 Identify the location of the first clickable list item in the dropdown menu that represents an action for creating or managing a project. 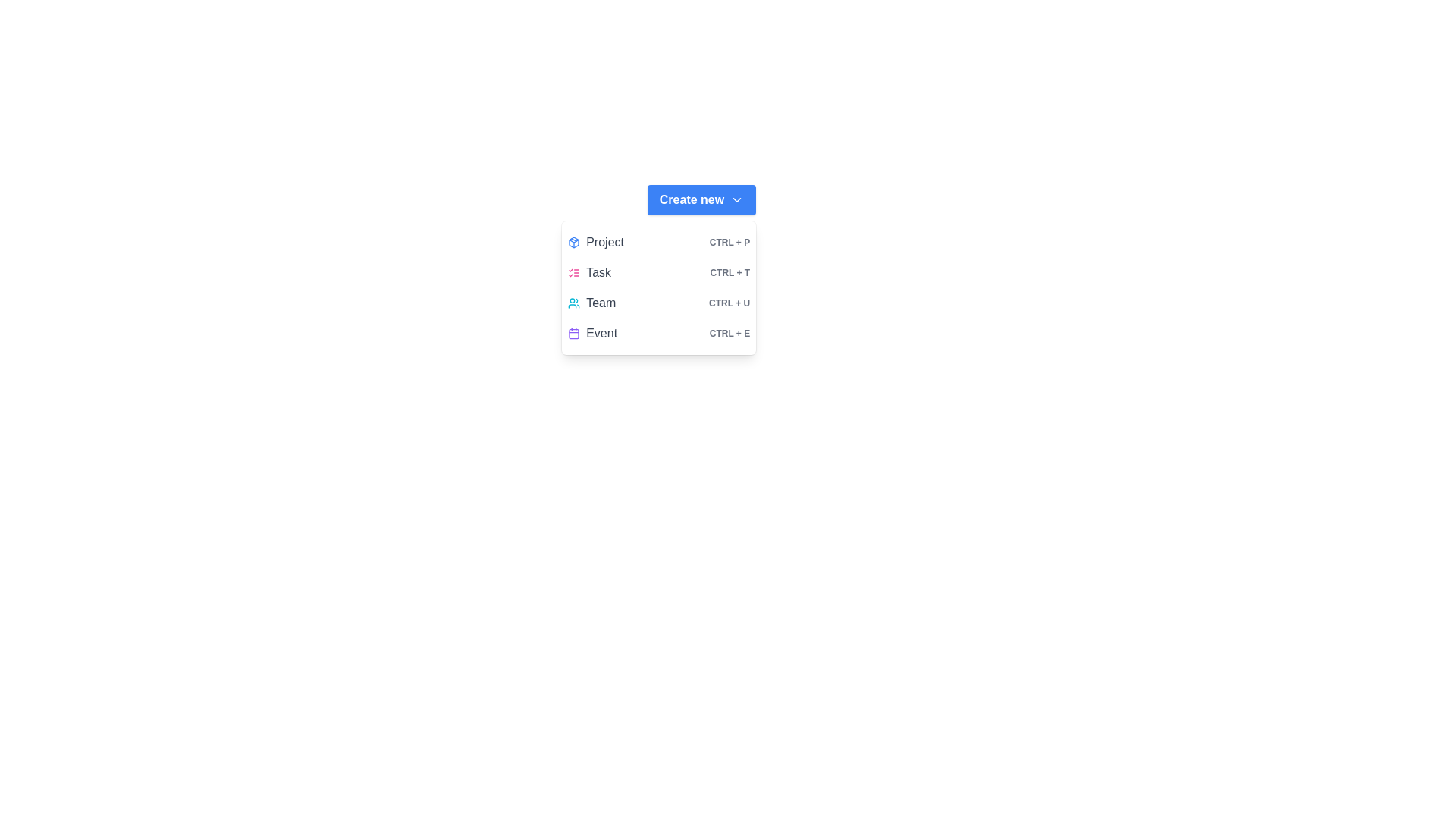
(659, 242).